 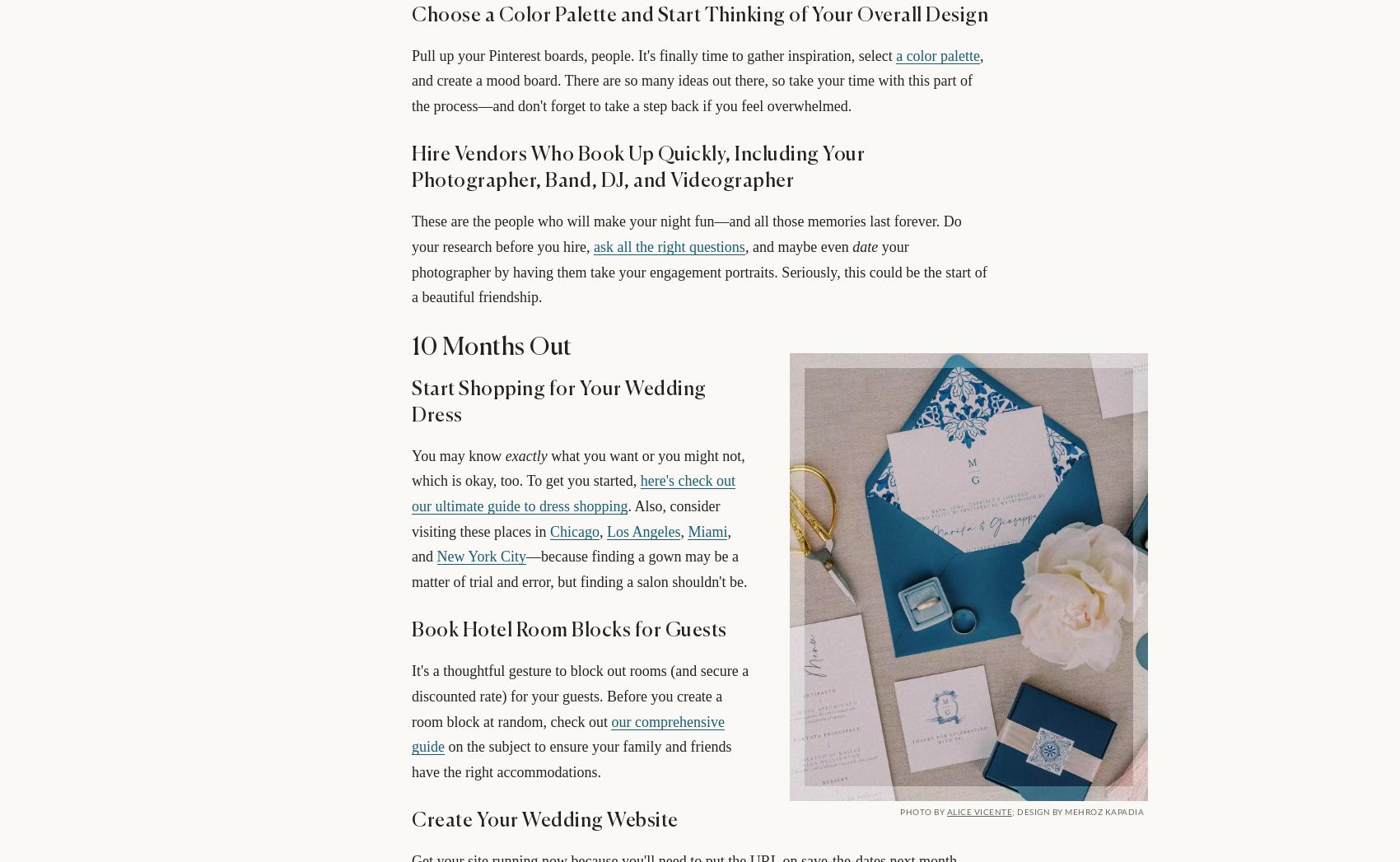 I want to click on ', and create a mood board. There are so many ideas out there, so take your time with this part of the process—and don't forget to take a step back if you feel overwhelmed.', so click(x=696, y=79).